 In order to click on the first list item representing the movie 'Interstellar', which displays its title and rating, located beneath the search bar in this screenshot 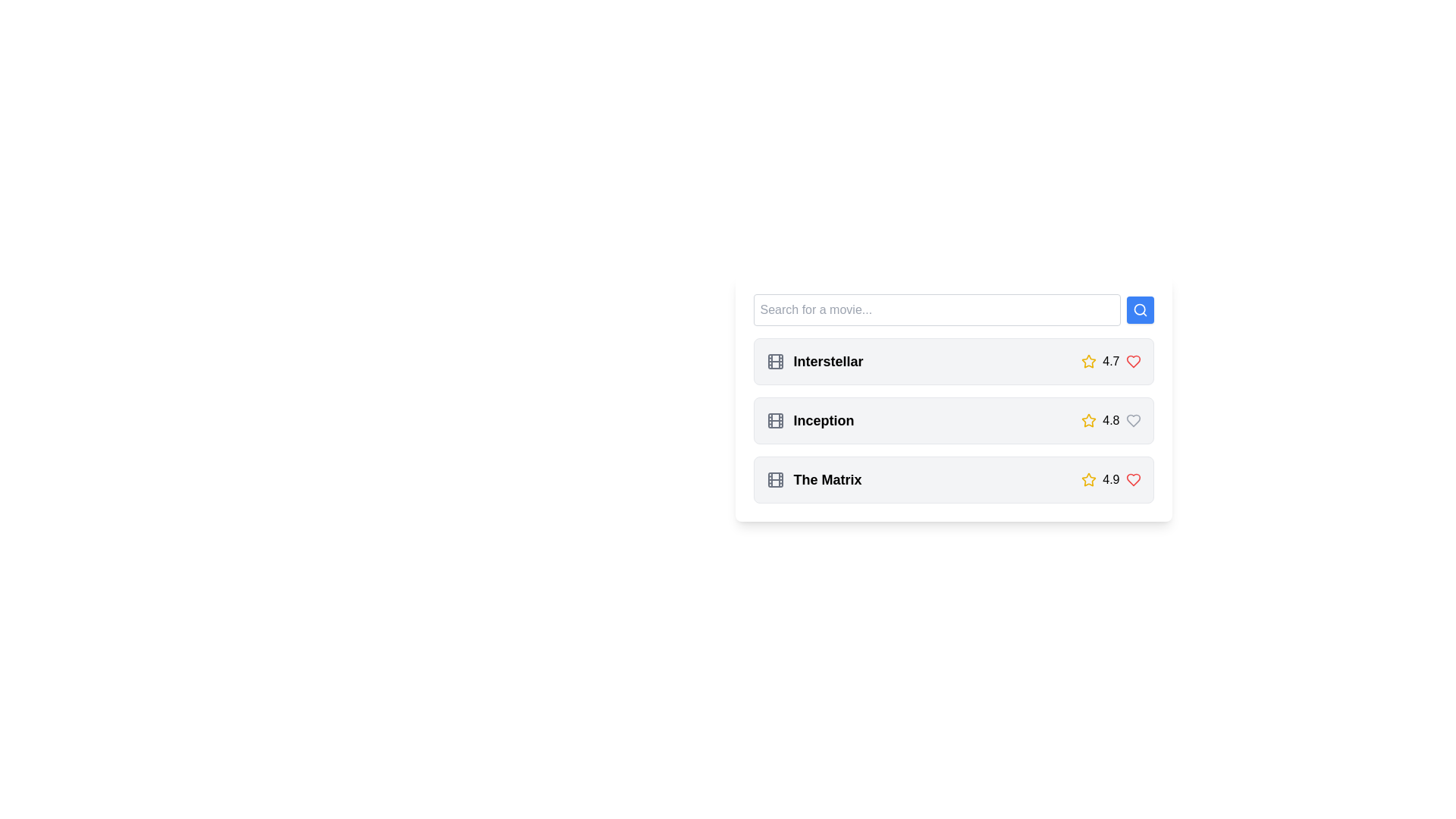, I will do `click(952, 362)`.